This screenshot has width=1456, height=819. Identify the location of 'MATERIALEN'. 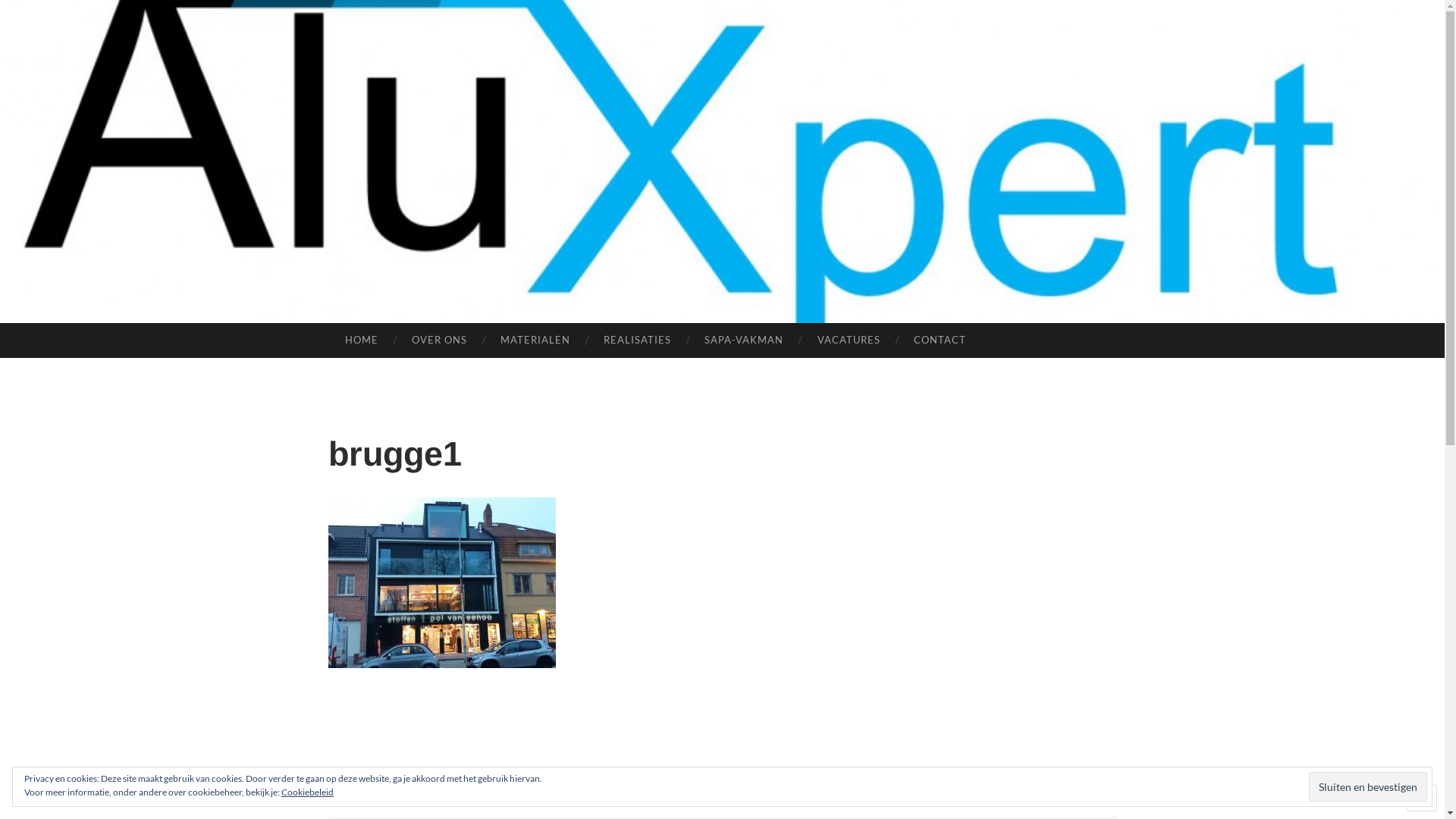
(535, 339).